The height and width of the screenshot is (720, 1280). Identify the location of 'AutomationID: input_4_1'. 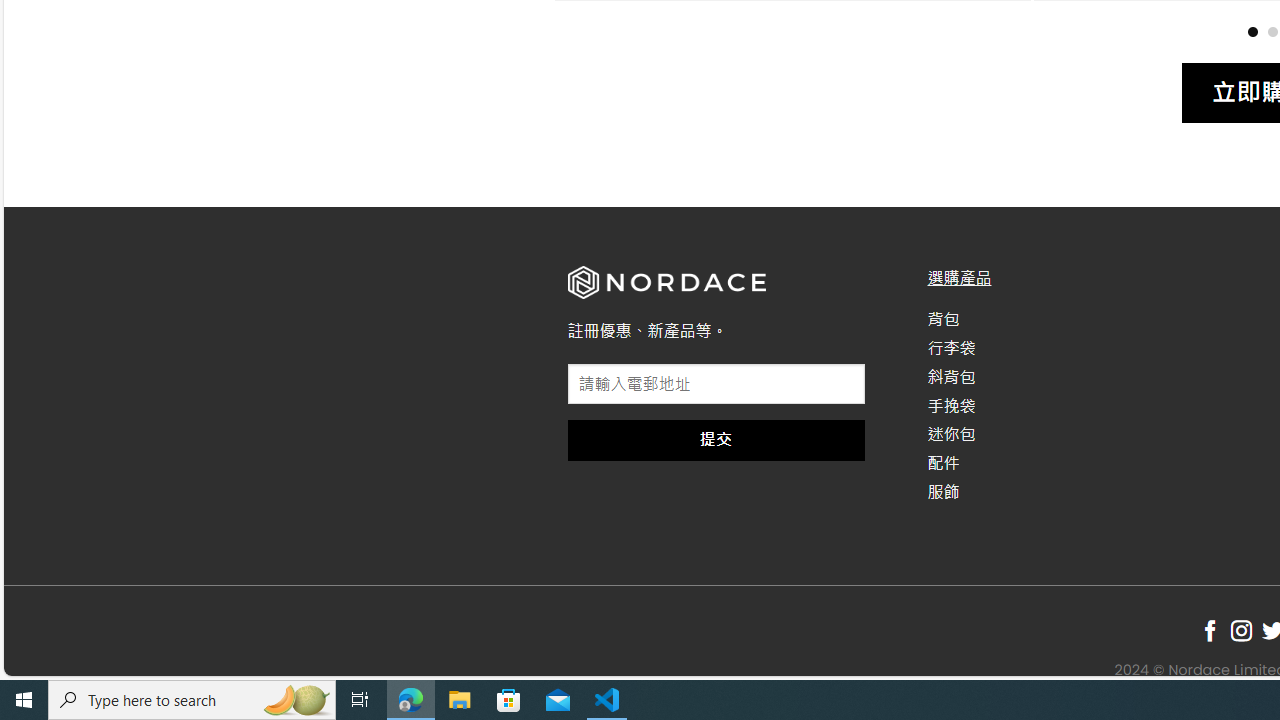
(716, 384).